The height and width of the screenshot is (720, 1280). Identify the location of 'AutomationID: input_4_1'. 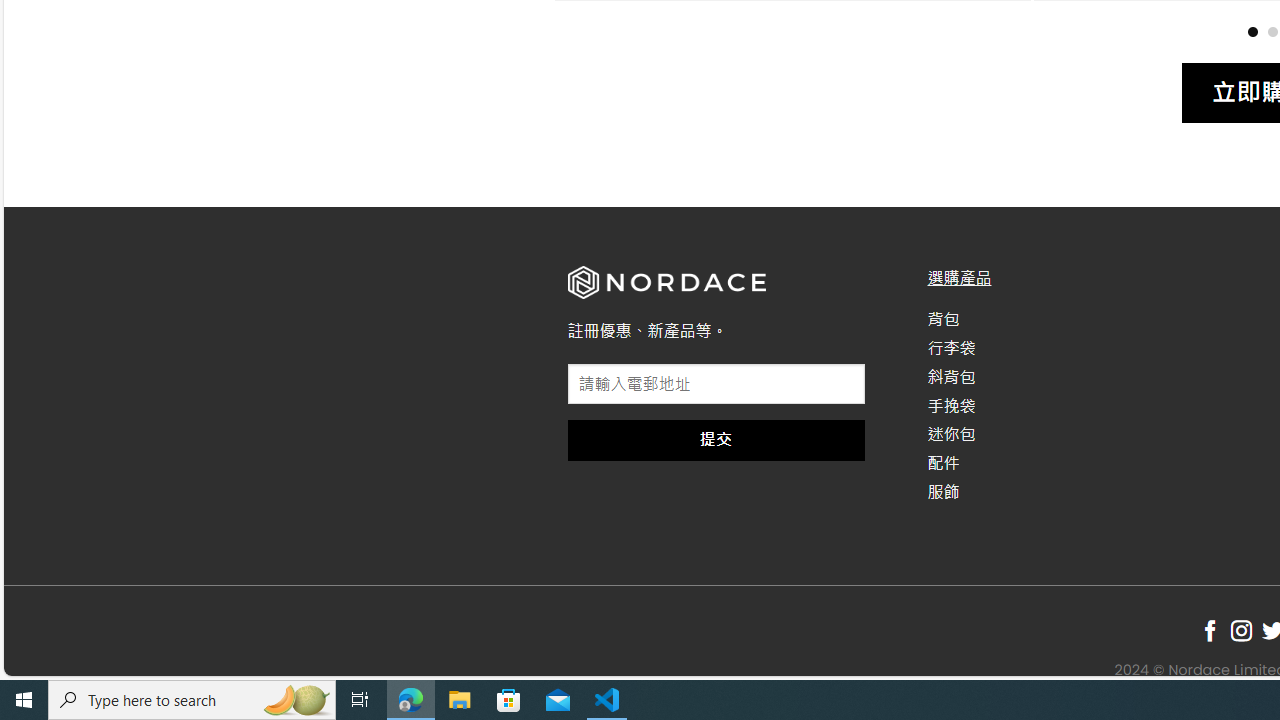
(716, 384).